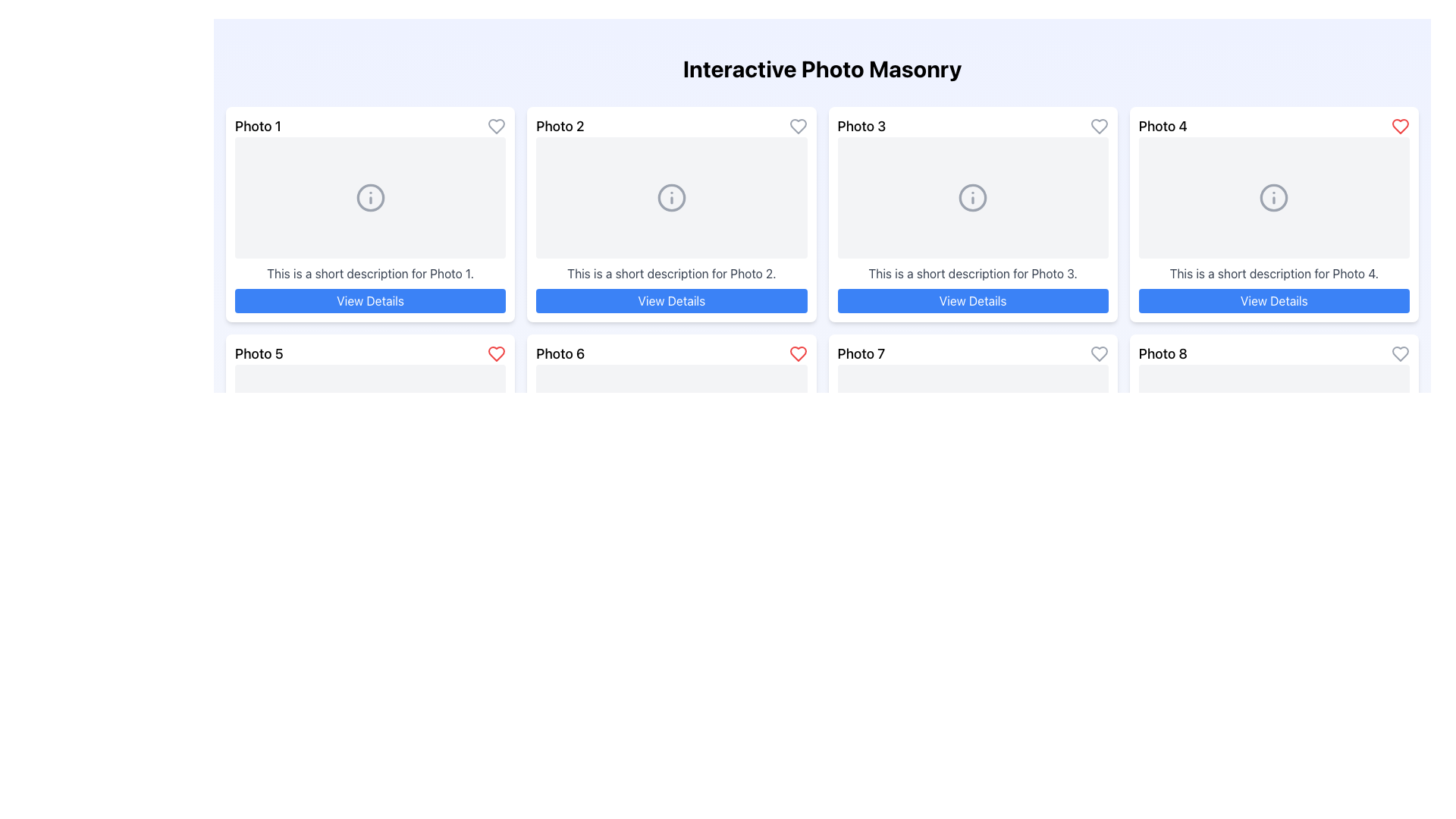 The width and height of the screenshot is (1456, 819). I want to click on the text block providing context for Photo 3, located below the image section and above the 'View Details' button in the third photo card, so click(973, 274).